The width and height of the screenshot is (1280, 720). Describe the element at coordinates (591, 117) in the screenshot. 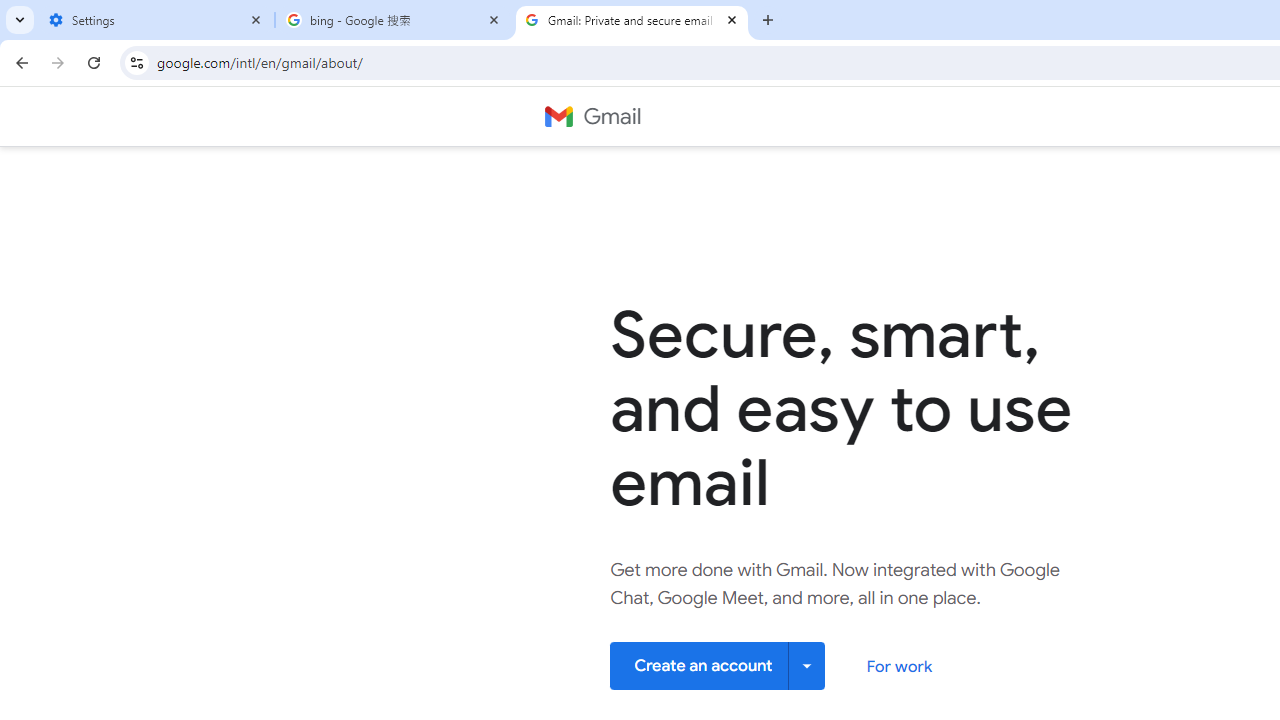

I see `'Gmail'` at that location.